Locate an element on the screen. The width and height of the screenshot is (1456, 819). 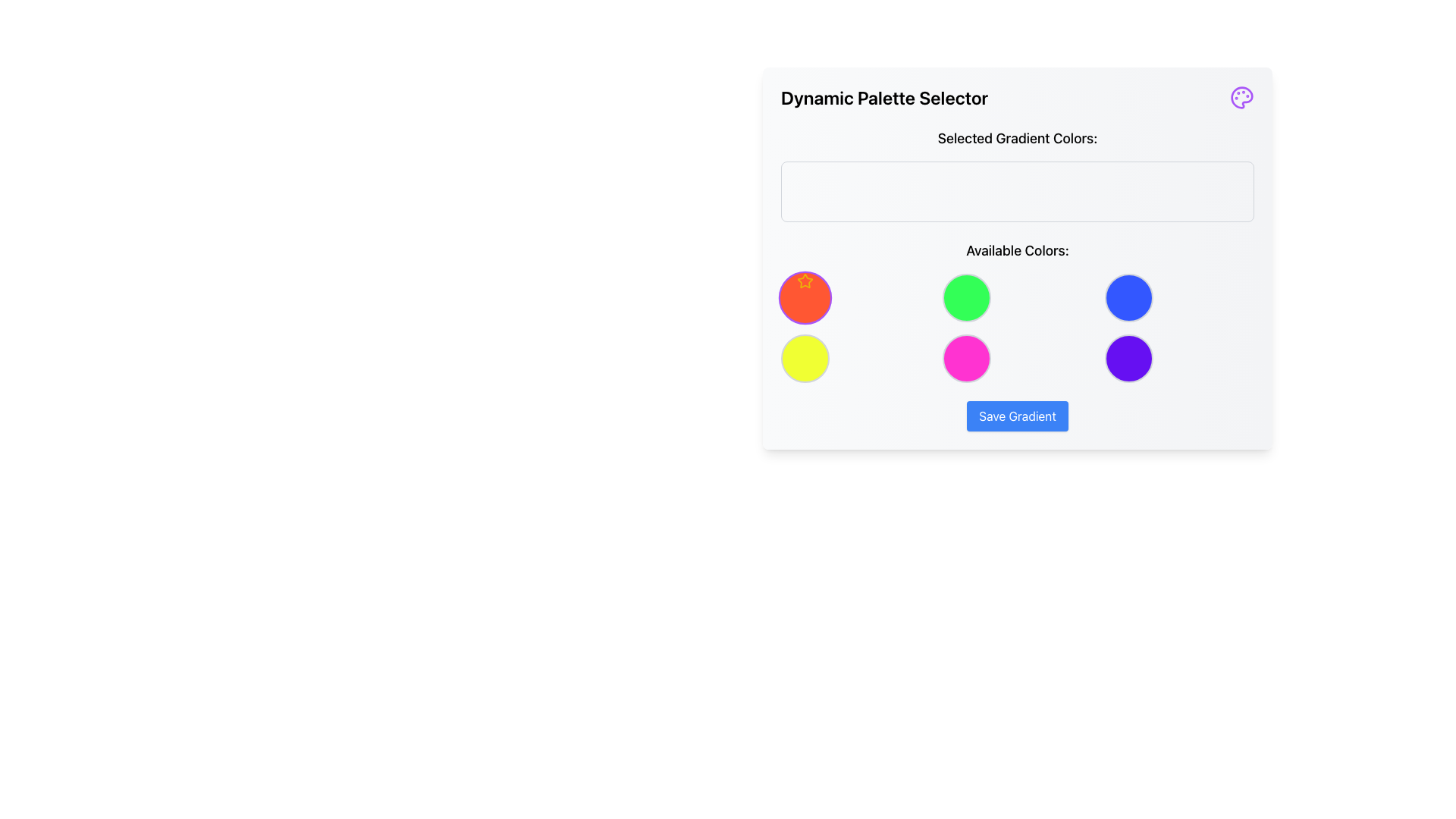
the text label indicating the section for available color choices, located centrally beneath the 'Selected Gradient Colors:' input field is located at coordinates (1018, 250).